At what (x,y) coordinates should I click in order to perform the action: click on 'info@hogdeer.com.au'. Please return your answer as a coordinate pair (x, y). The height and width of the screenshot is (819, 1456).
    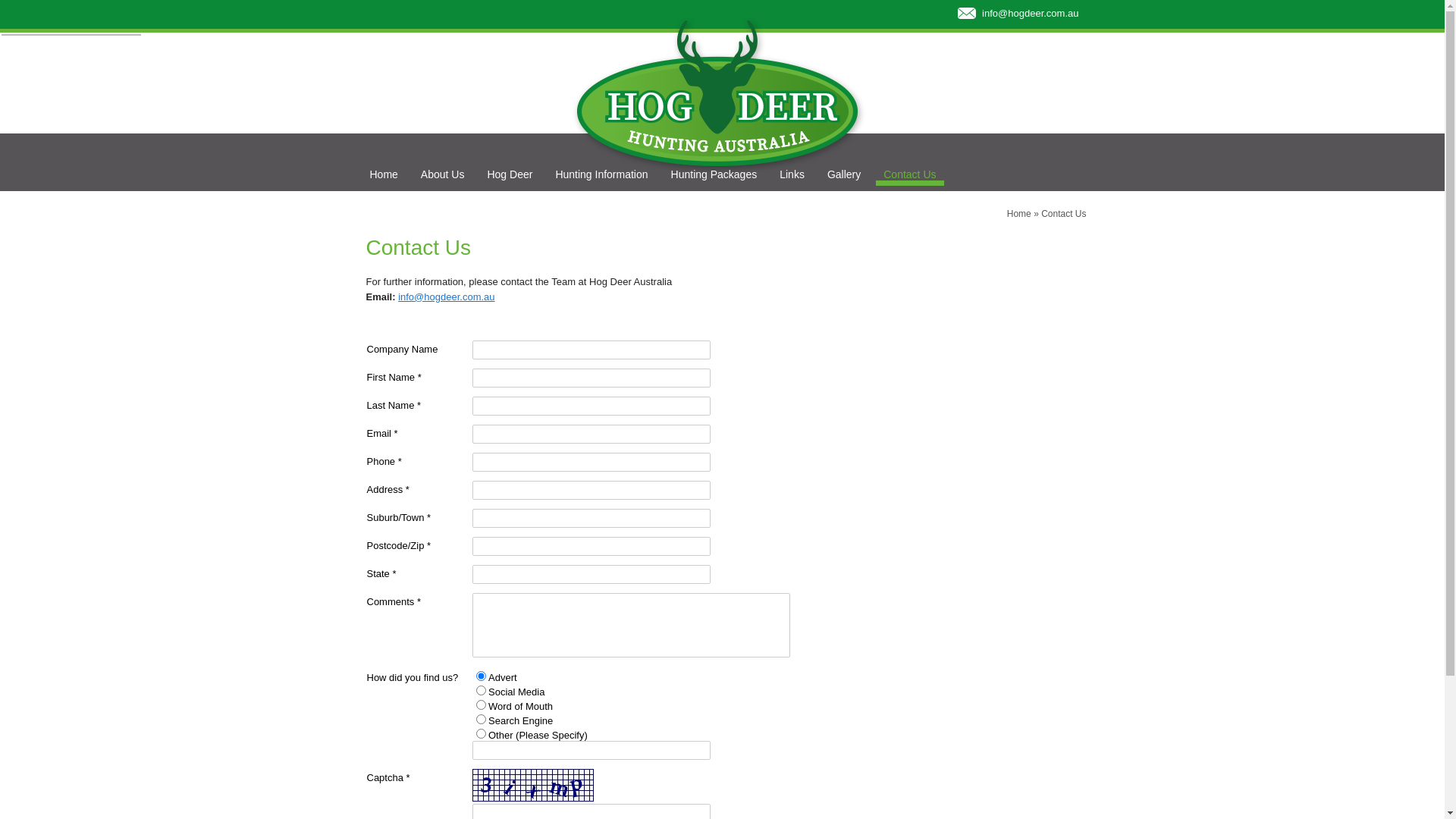
    Looking at the image, I should click on (1030, 13).